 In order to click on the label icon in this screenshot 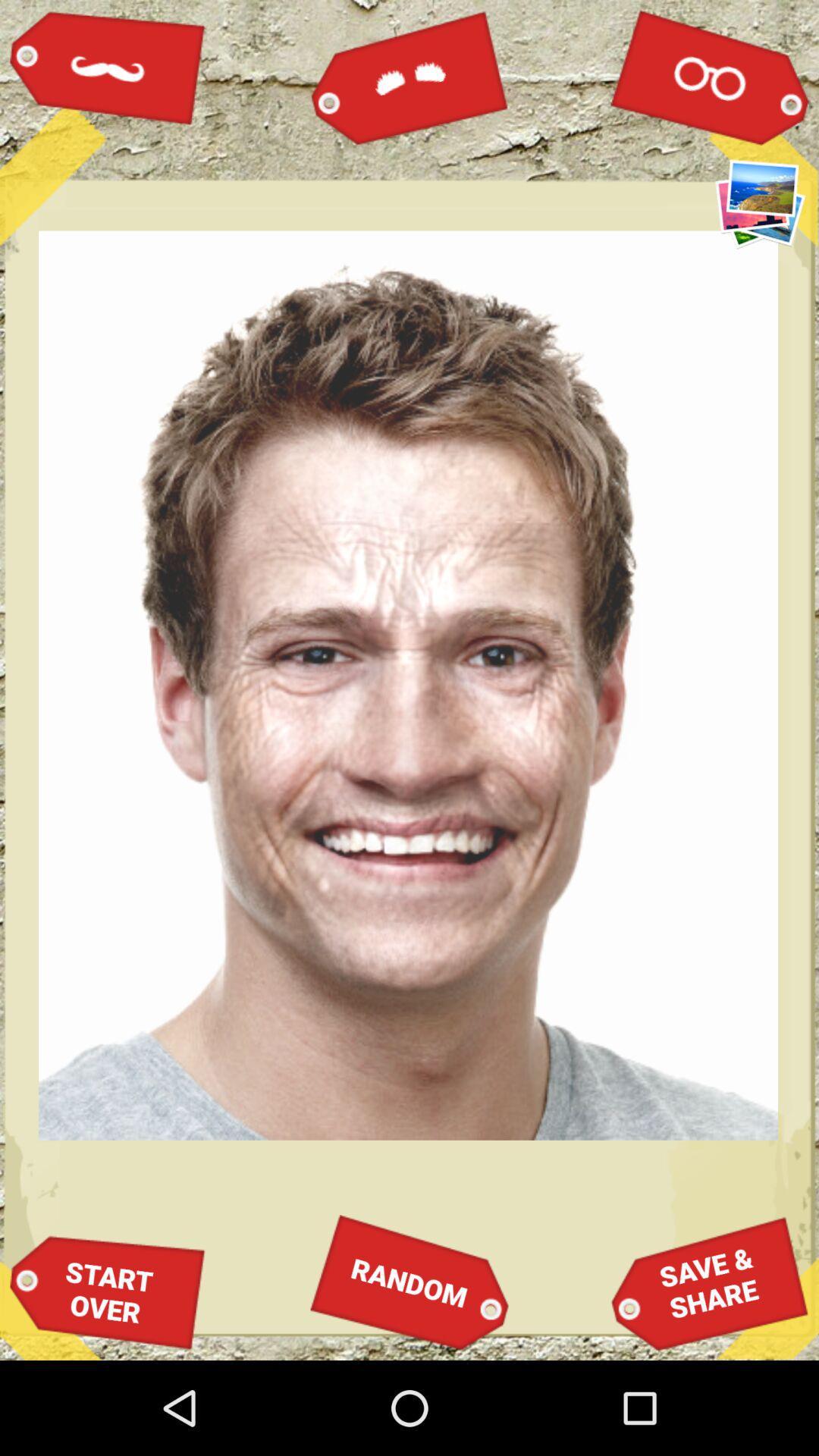, I will do `click(409, 76)`.